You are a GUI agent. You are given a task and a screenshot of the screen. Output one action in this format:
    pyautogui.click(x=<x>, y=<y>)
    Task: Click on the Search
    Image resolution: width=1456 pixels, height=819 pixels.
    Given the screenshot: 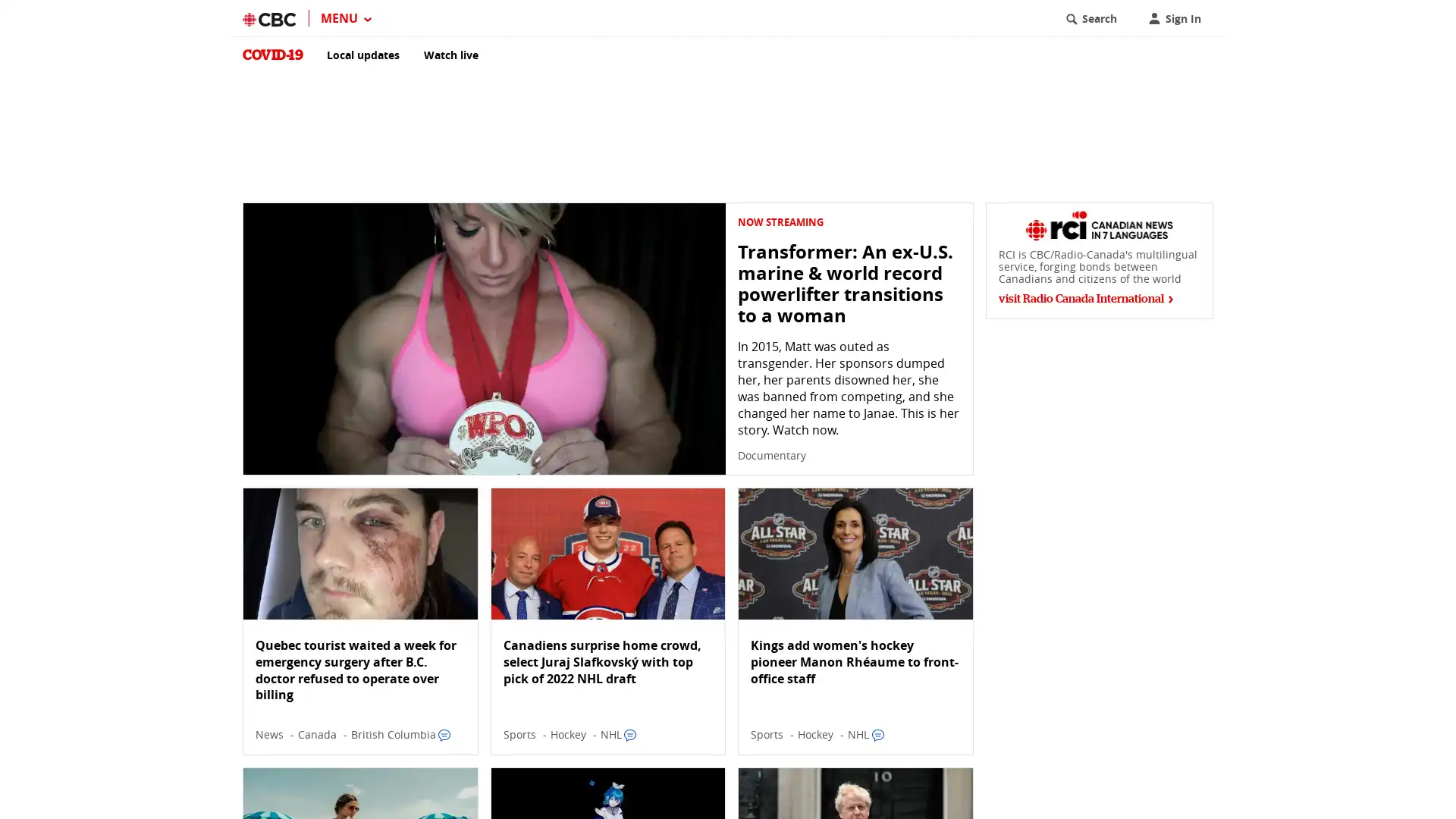 What is the action you would take?
    pyautogui.click(x=1095, y=17)
    